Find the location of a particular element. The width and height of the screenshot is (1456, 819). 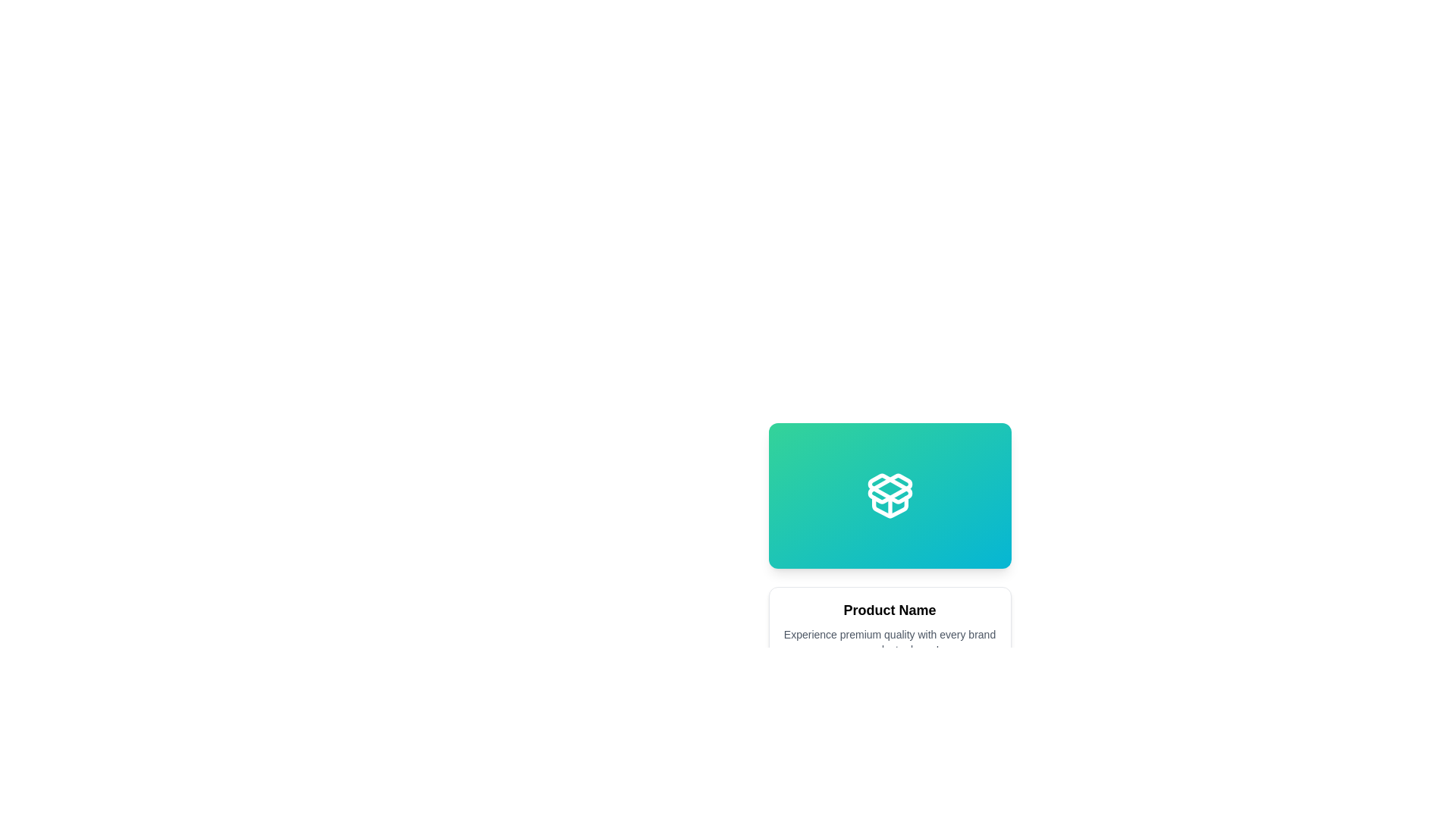

the decorative icon that represents a logo or emblem, centrally positioned within the gradient rectangle above the product name and description is located at coordinates (890, 488).